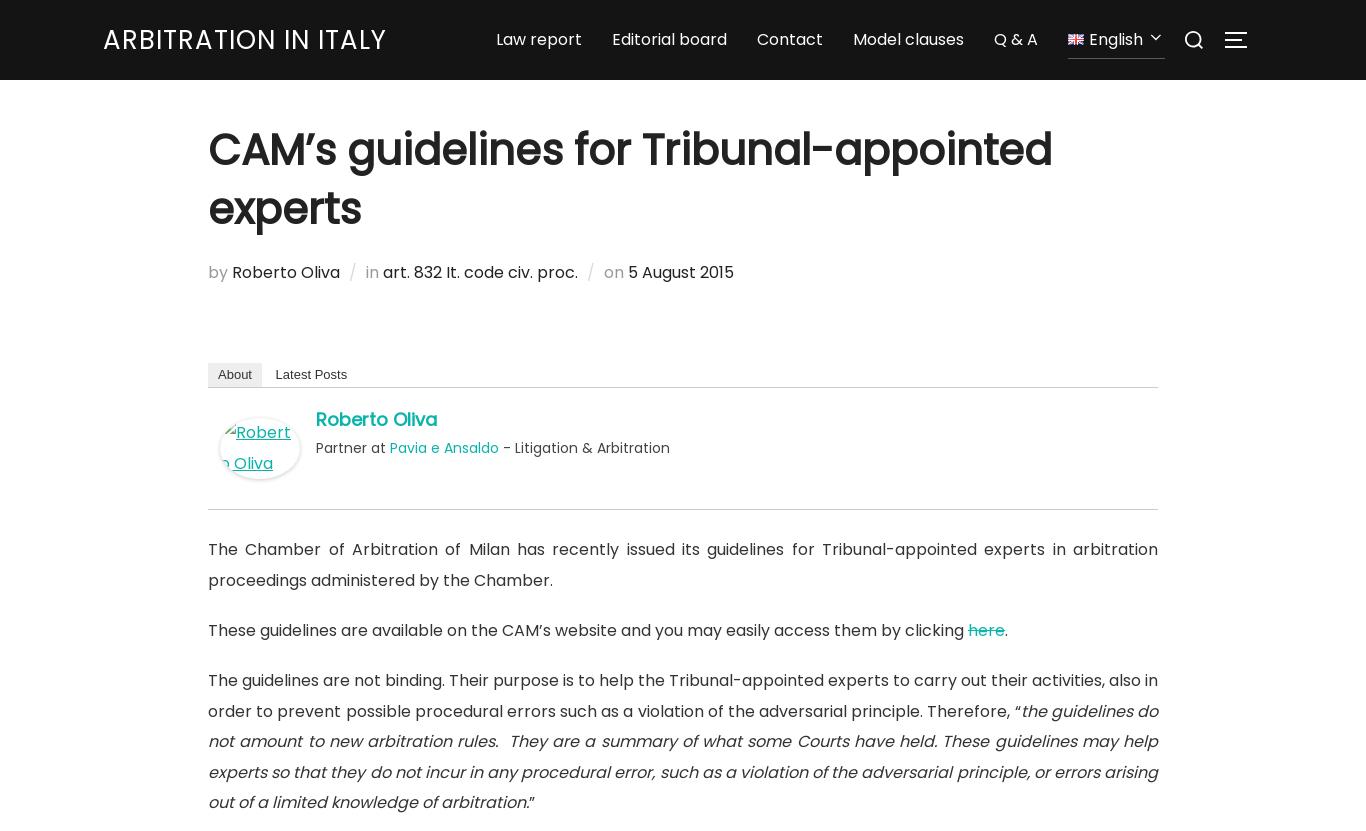  I want to click on 'Model clauses', so click(907, 42).